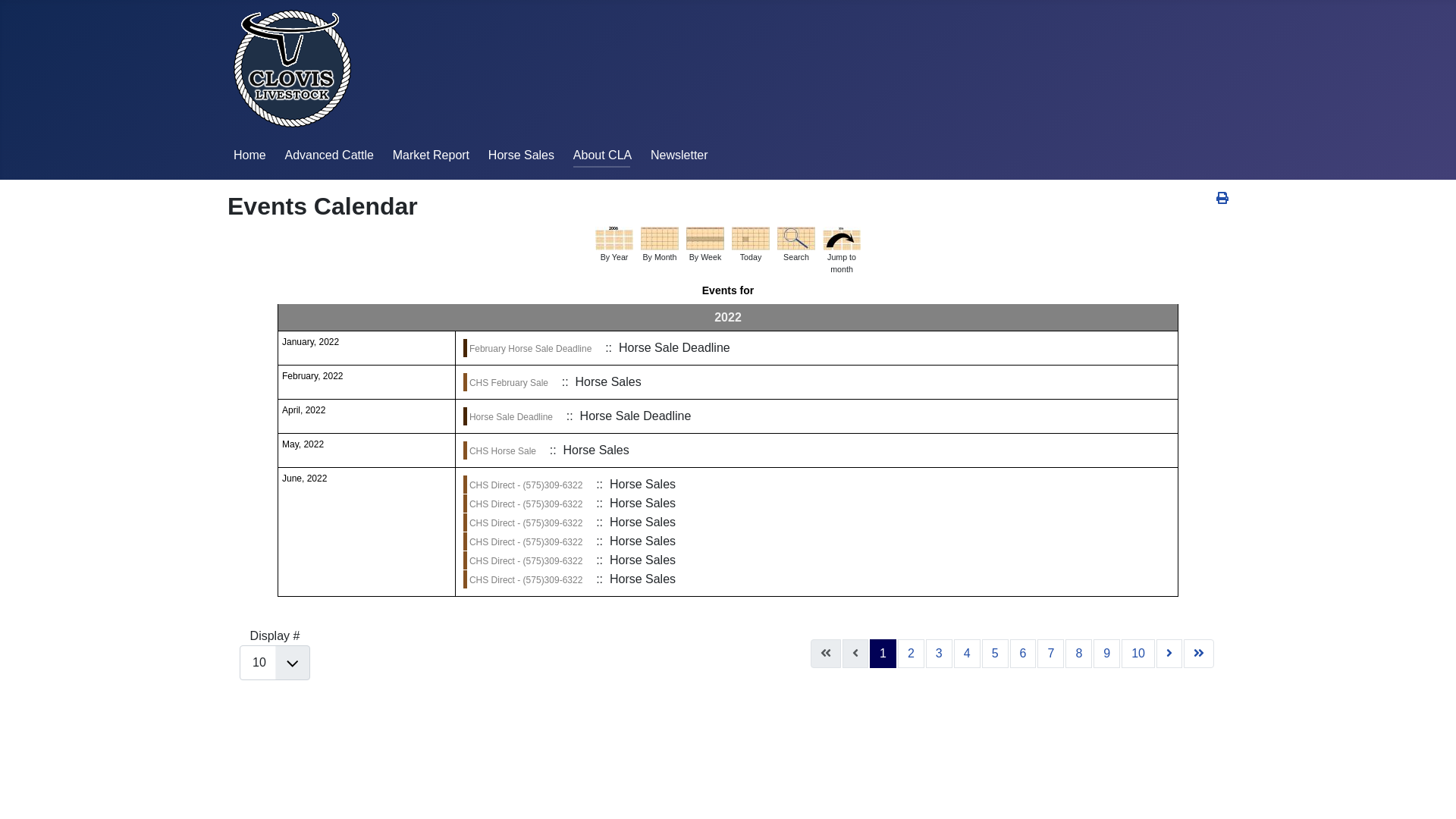 This screenshot has height=819, width=1456. Describe the element at coordinates (601, 155) in the screenshot. I see `'About CLA'` at that location.